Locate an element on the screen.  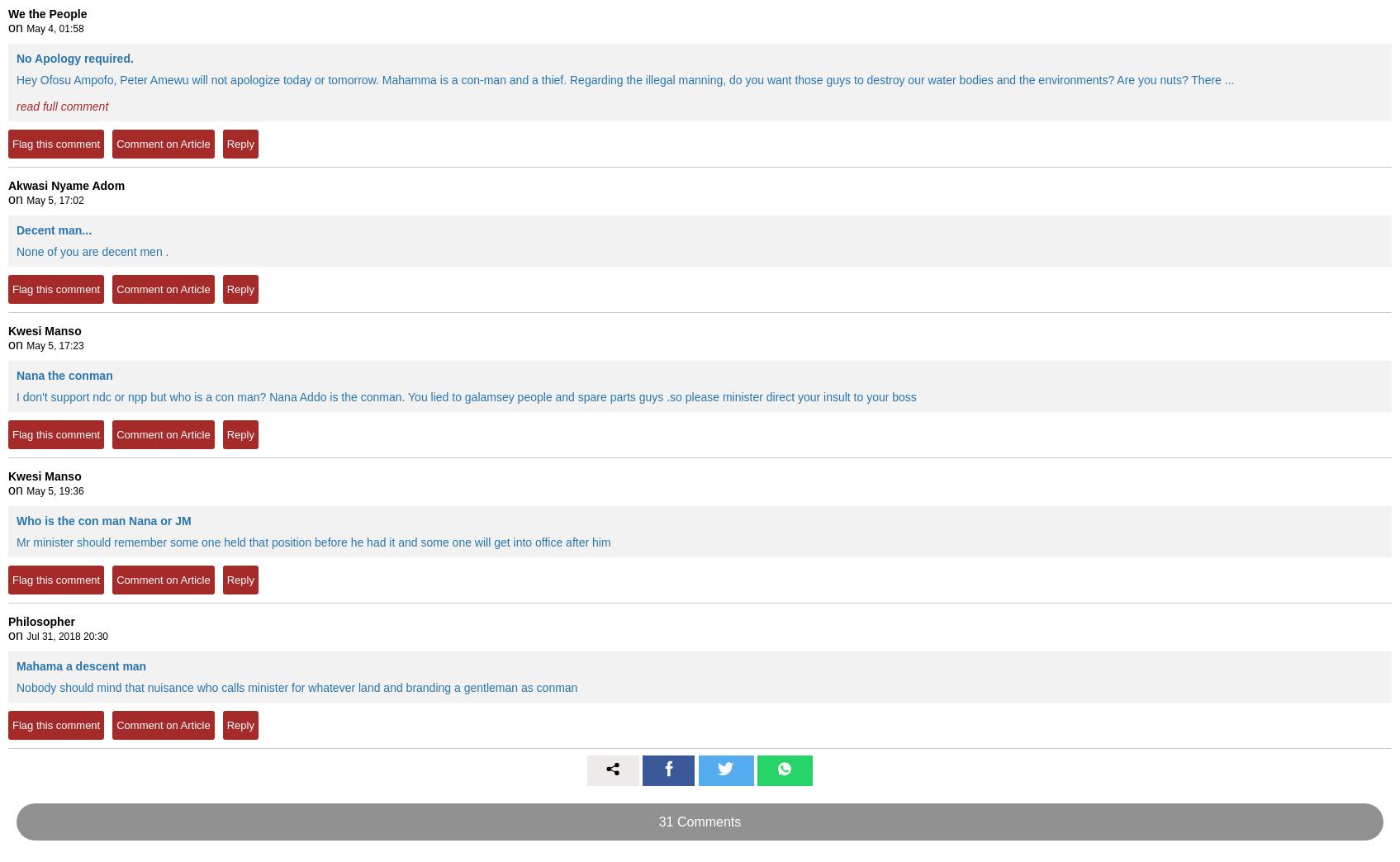
'May  4, 01:58' is located at coordinates (54, 27).